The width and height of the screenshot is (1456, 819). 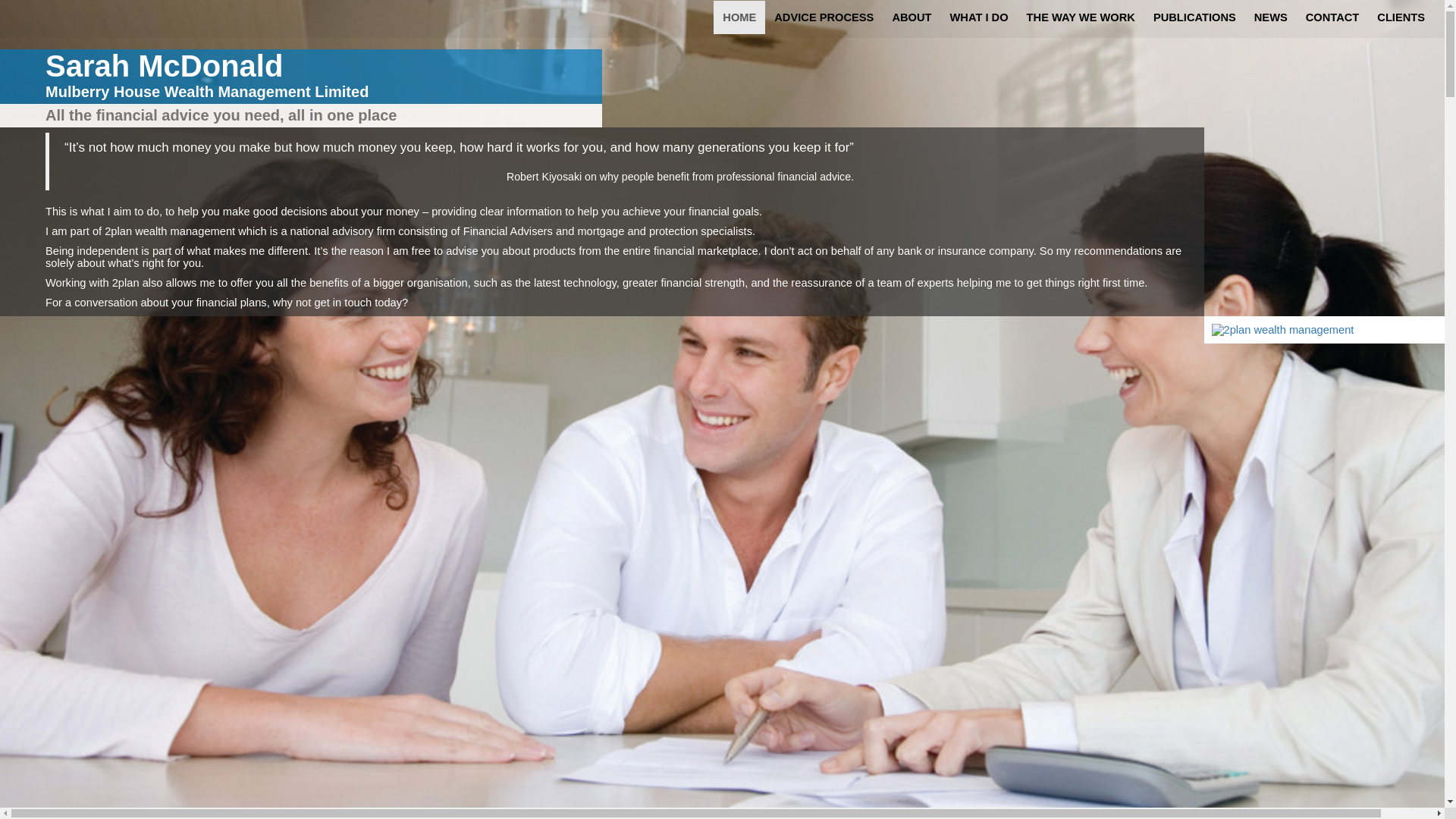 I want to click on 'THE WAY WE WORK', so click(x=1080, y=17).